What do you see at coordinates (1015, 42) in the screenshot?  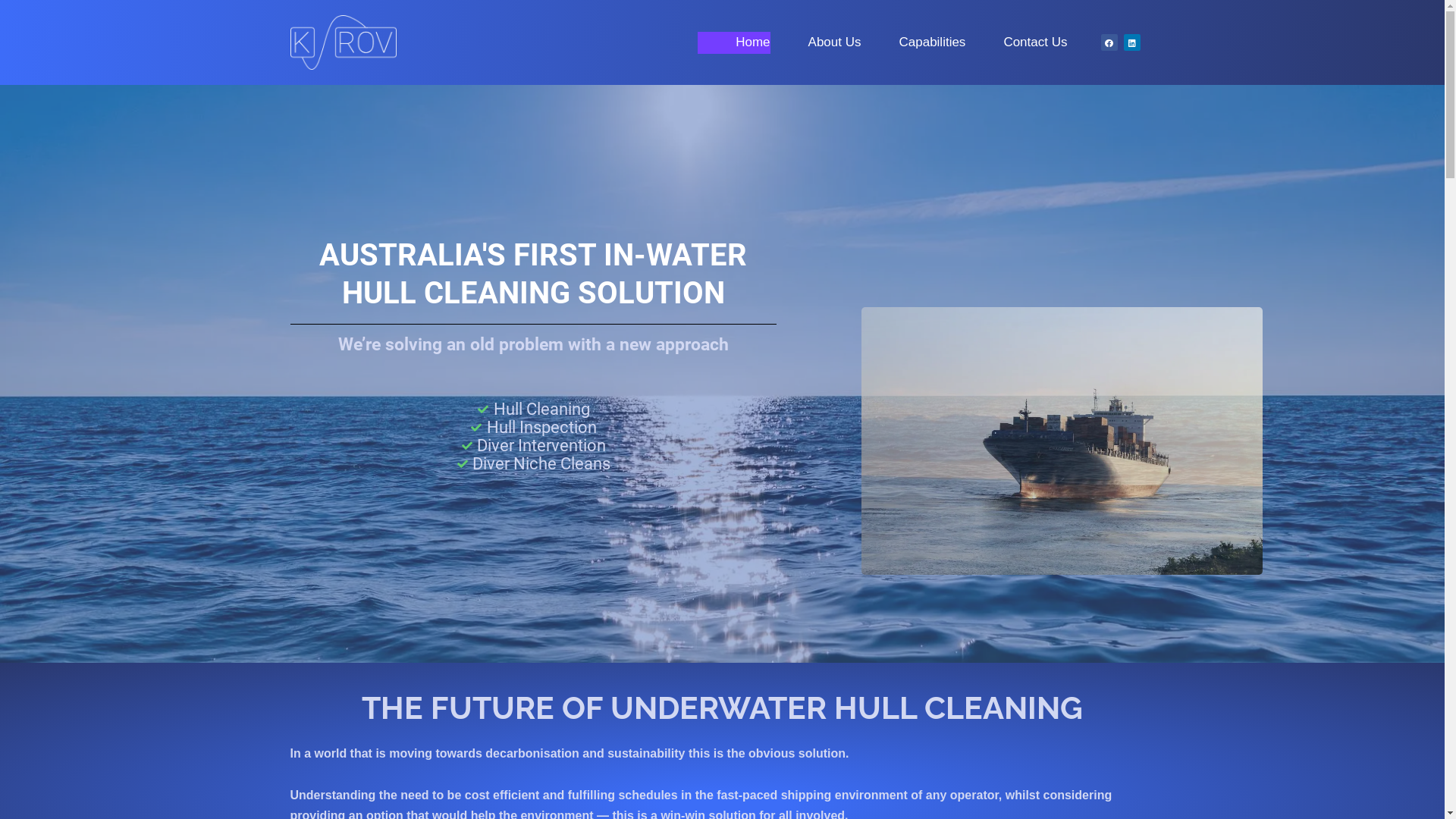 I see `'Contact Us'` at bounding box center [1015, 42].